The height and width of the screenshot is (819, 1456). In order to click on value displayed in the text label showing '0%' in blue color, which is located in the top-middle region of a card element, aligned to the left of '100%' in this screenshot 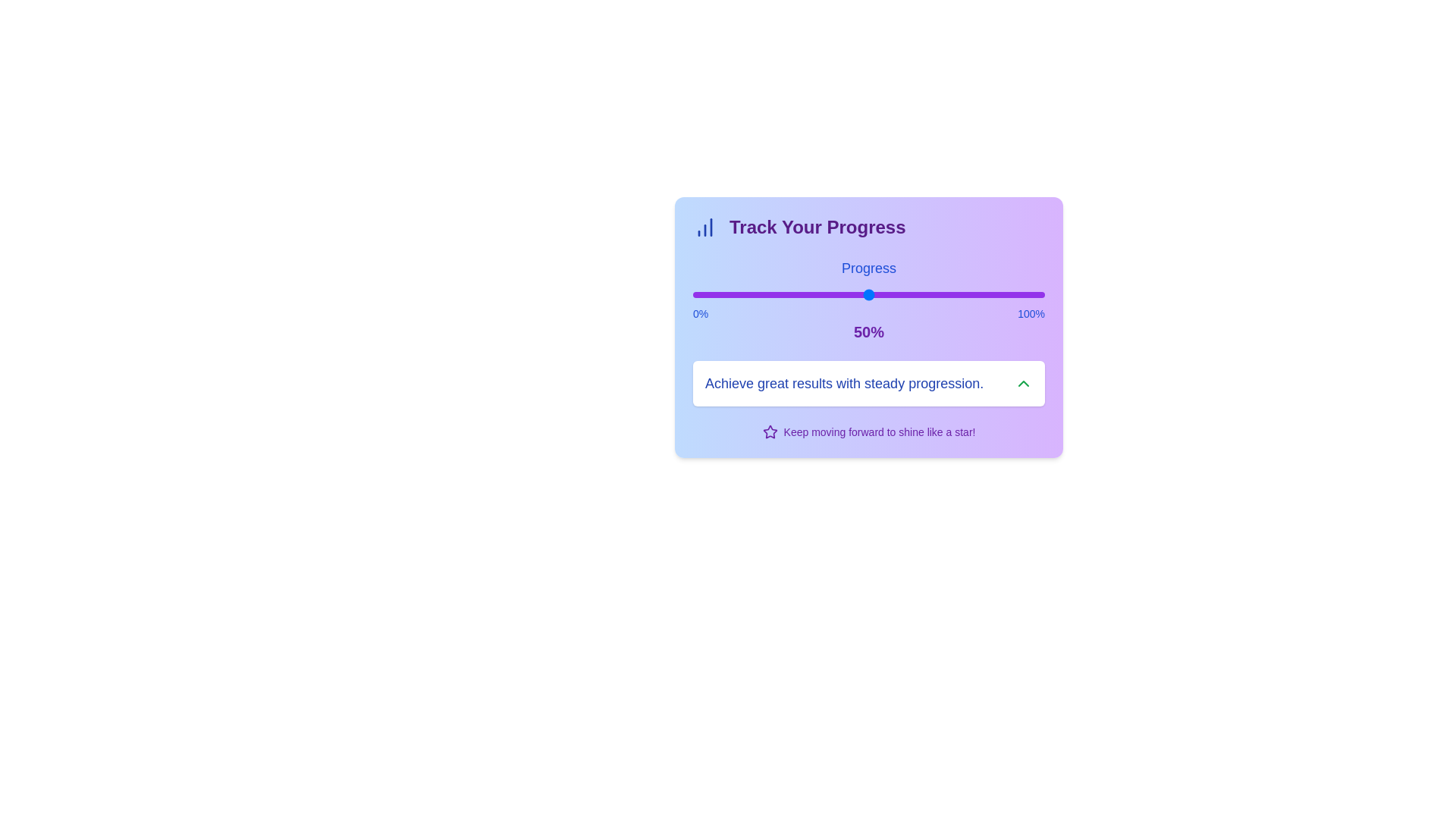, I will do `click(700, 312)`.